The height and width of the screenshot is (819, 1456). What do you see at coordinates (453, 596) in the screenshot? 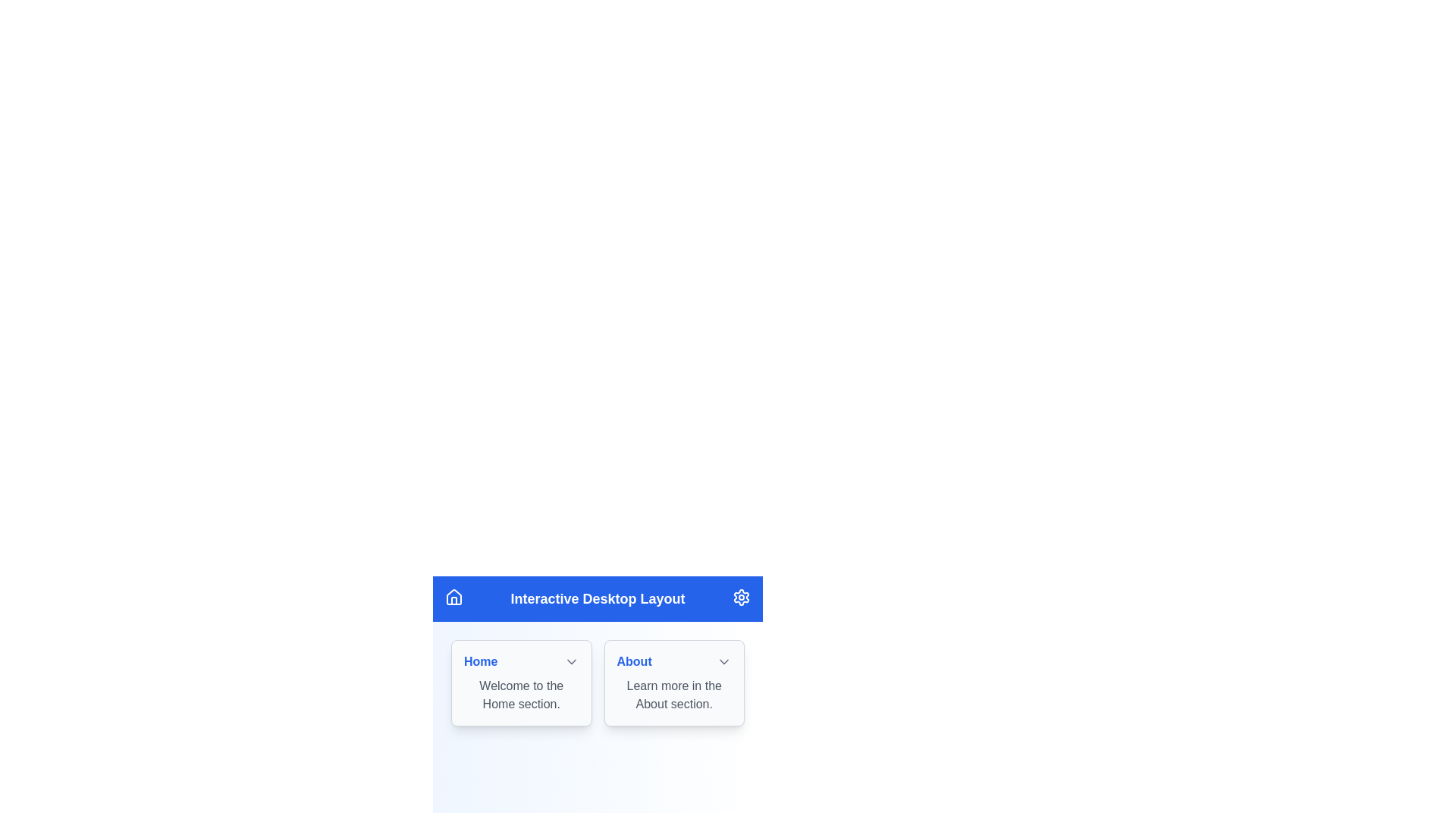
I see `the home button icon, which is located in the top-left corner of the blue horizontal bar at the top of the interface` at bounding box center [453, 596].